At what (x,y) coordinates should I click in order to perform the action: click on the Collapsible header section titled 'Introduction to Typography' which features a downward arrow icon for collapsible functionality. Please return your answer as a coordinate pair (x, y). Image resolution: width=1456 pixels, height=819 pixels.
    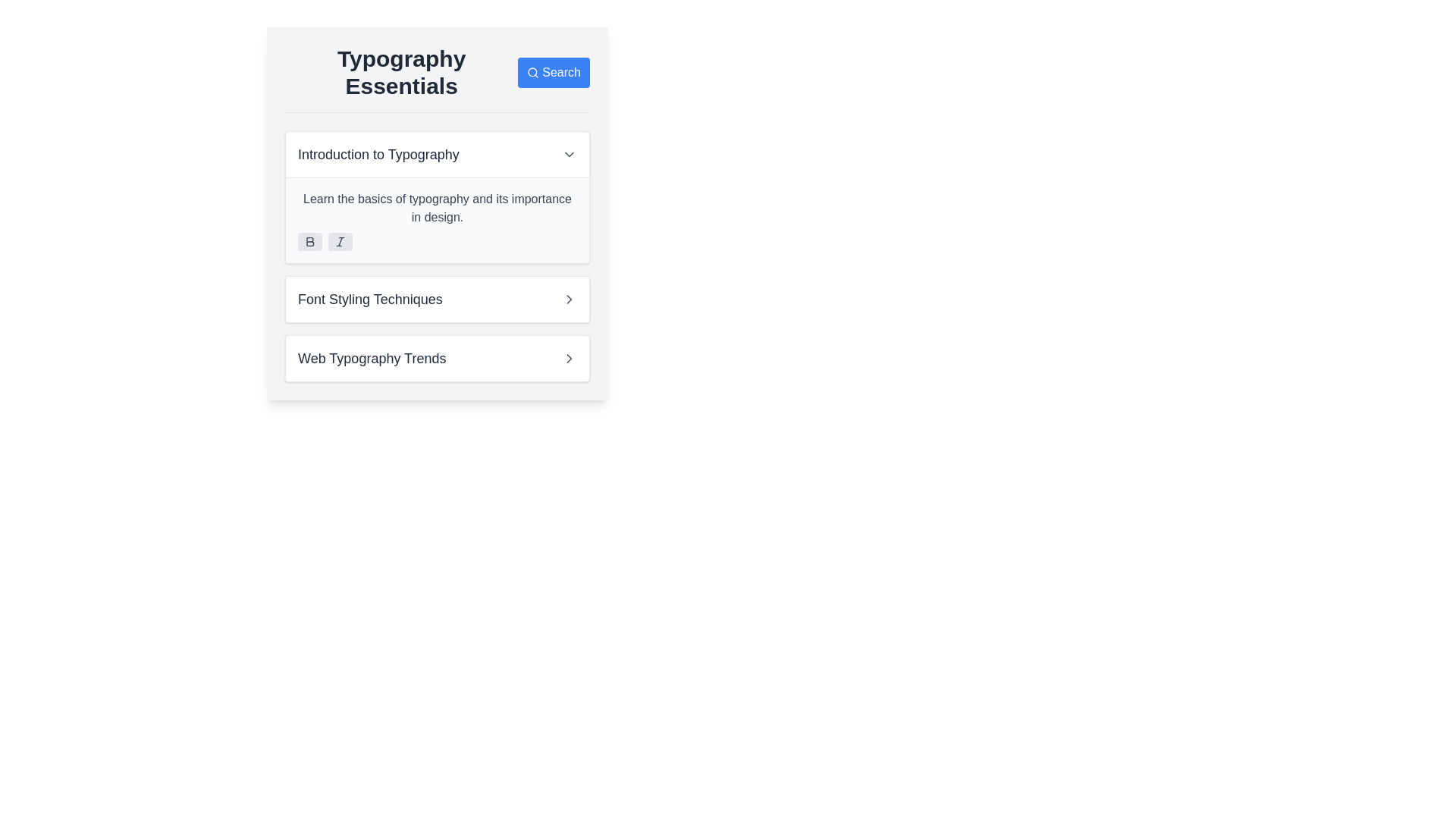
    Looking at the image, I should click on (436, 155).